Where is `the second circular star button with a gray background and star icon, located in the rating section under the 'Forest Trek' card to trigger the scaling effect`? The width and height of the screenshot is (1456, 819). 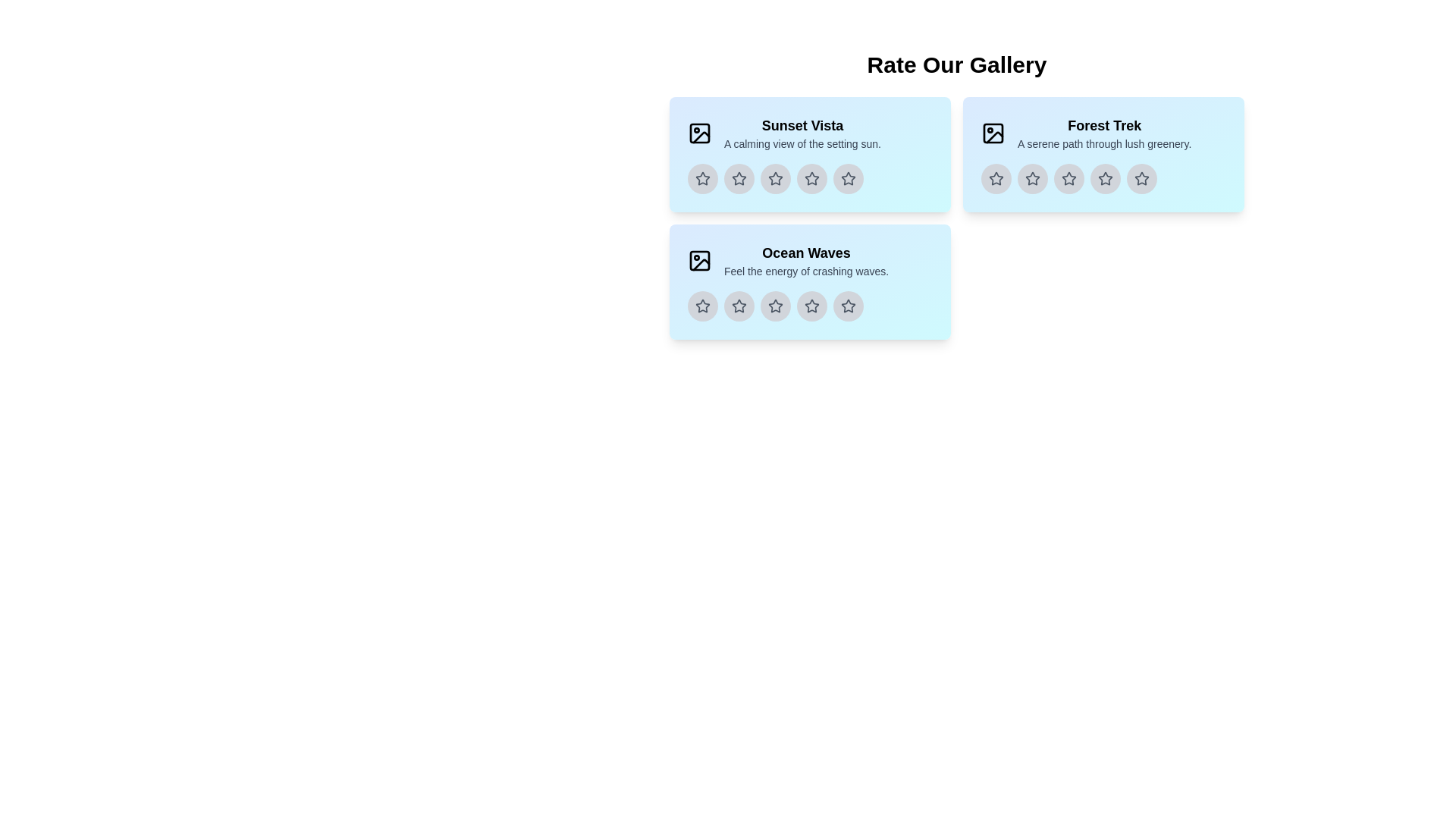 the second circular star button with a gray background and star icon, located in the rating section under the 'Forest Trek' card to trigger the scaling effect is located at coordinates (1032, 177).